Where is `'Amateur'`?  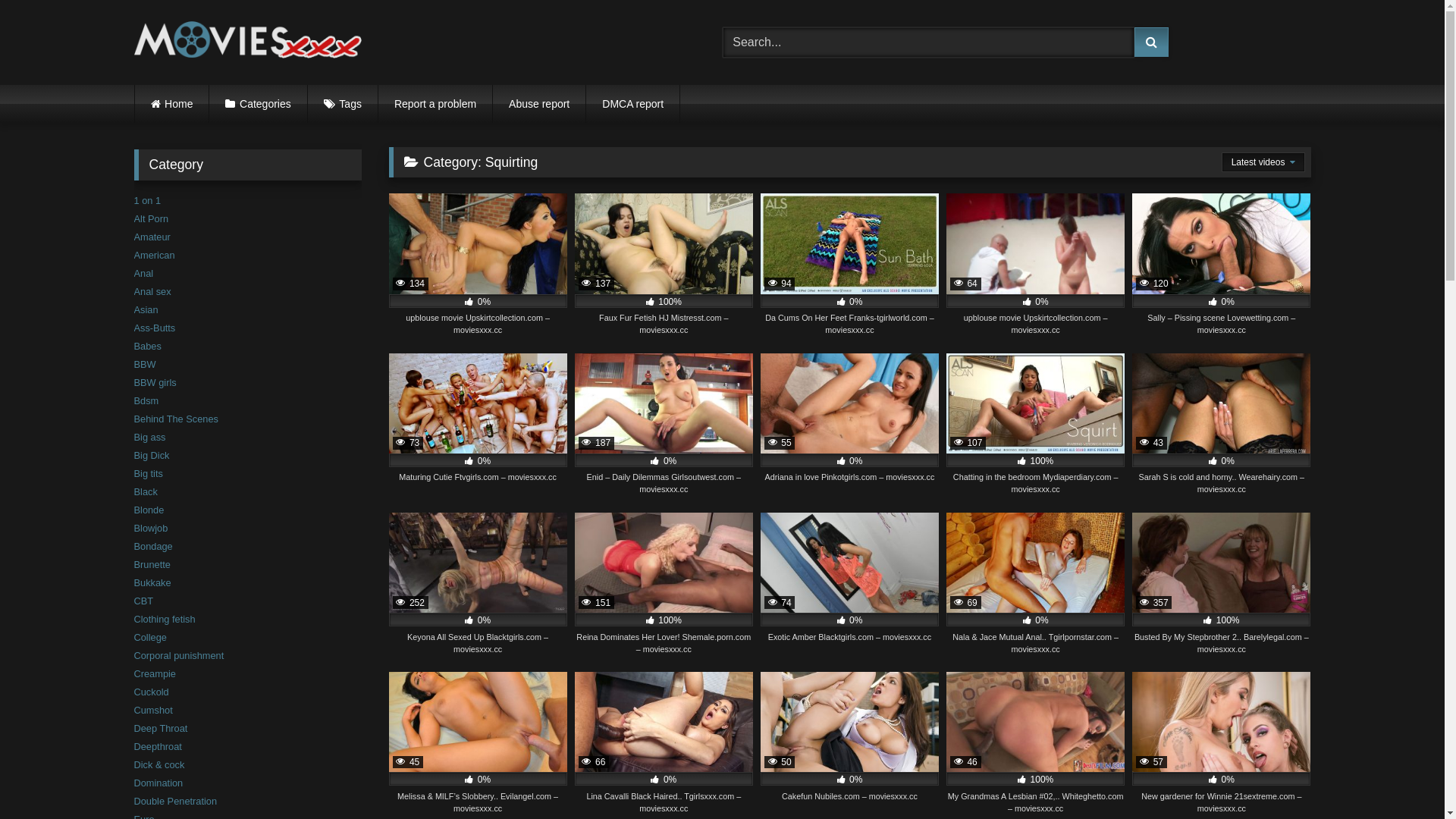
'Amateur' is located at coordinates (152, 237).